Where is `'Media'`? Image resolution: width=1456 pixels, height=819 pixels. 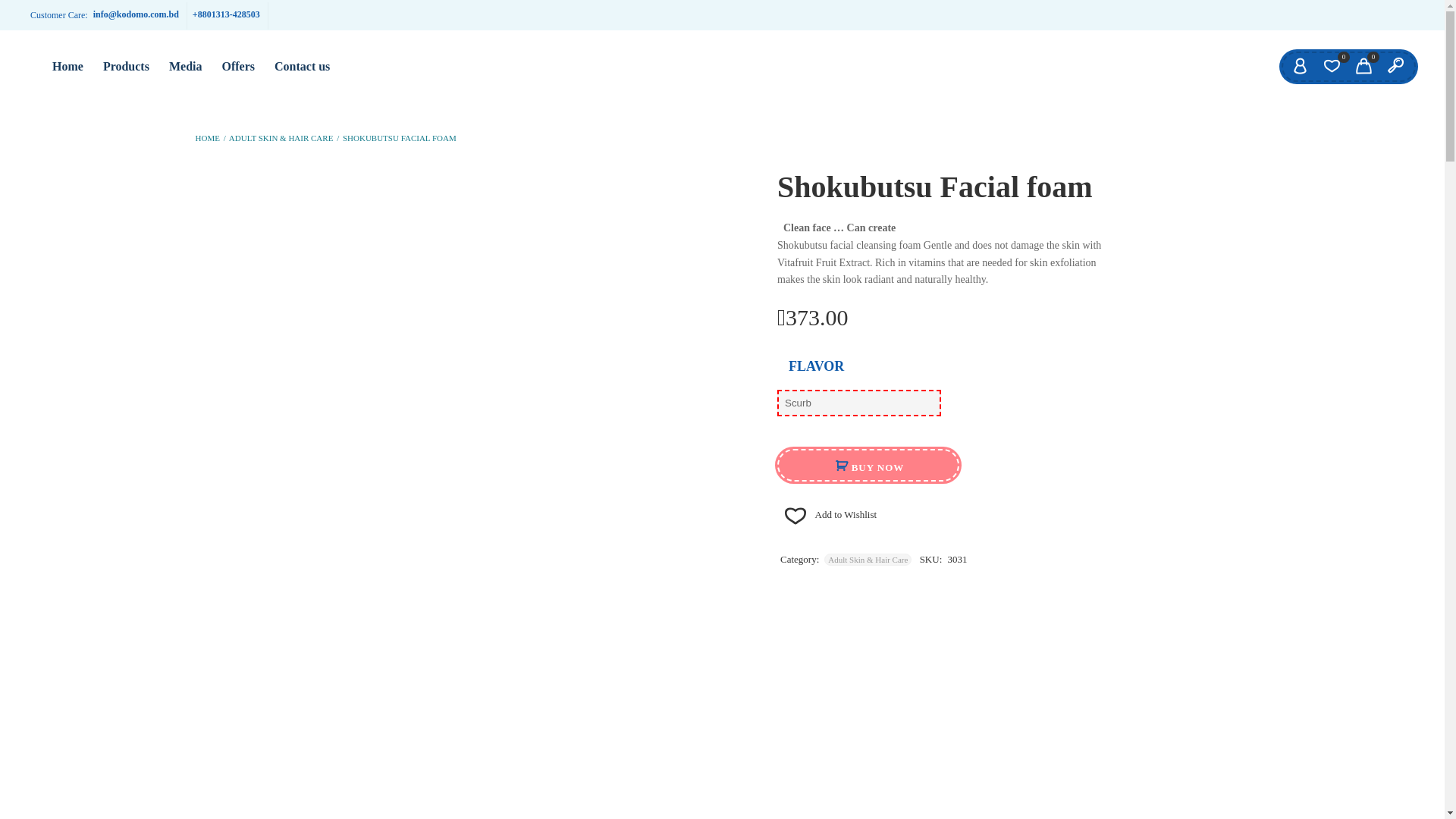
'Media' is located at coordinates (184, 66).